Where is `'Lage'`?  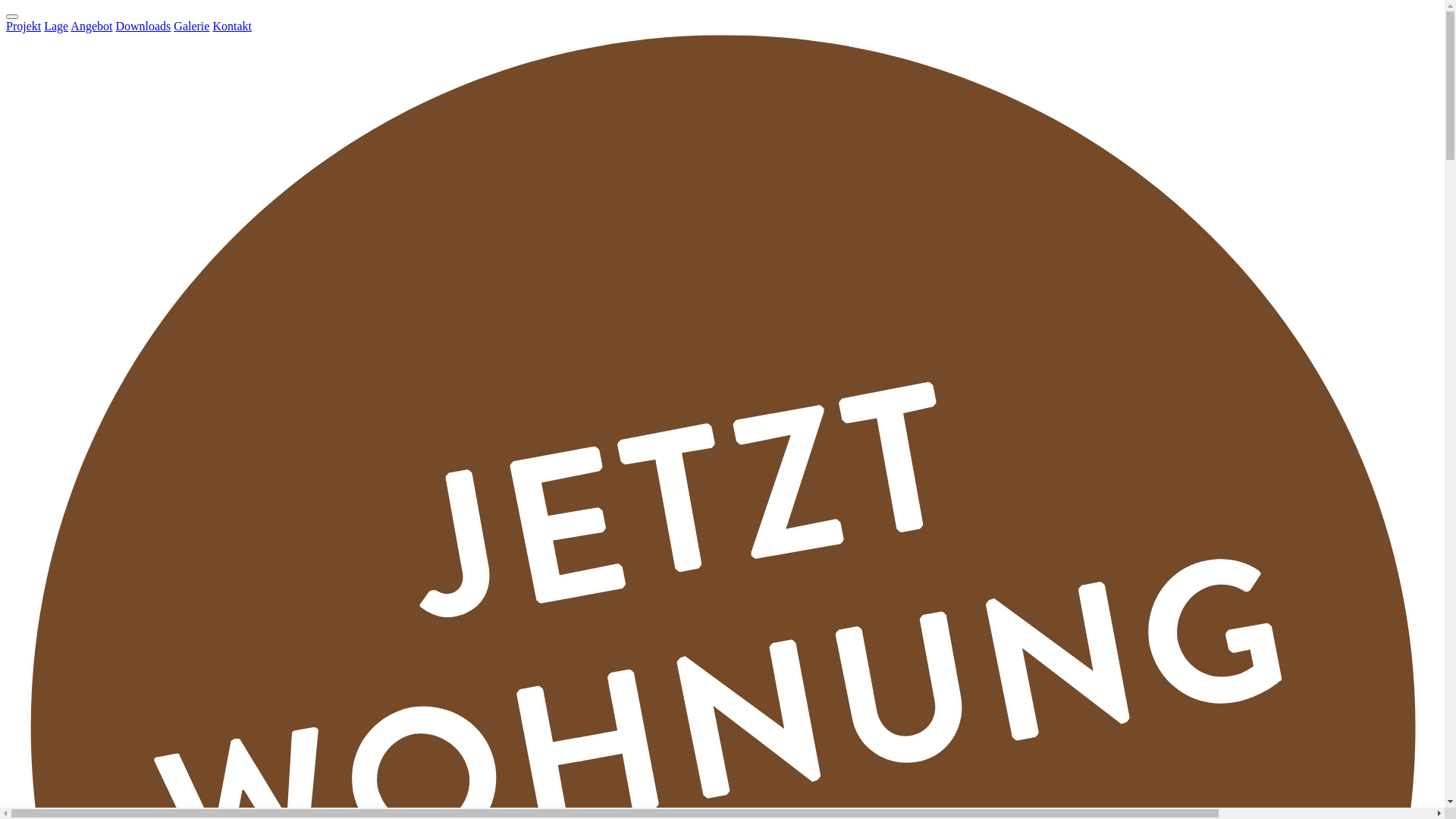 'Lage' is located at coordinates (55, 26).